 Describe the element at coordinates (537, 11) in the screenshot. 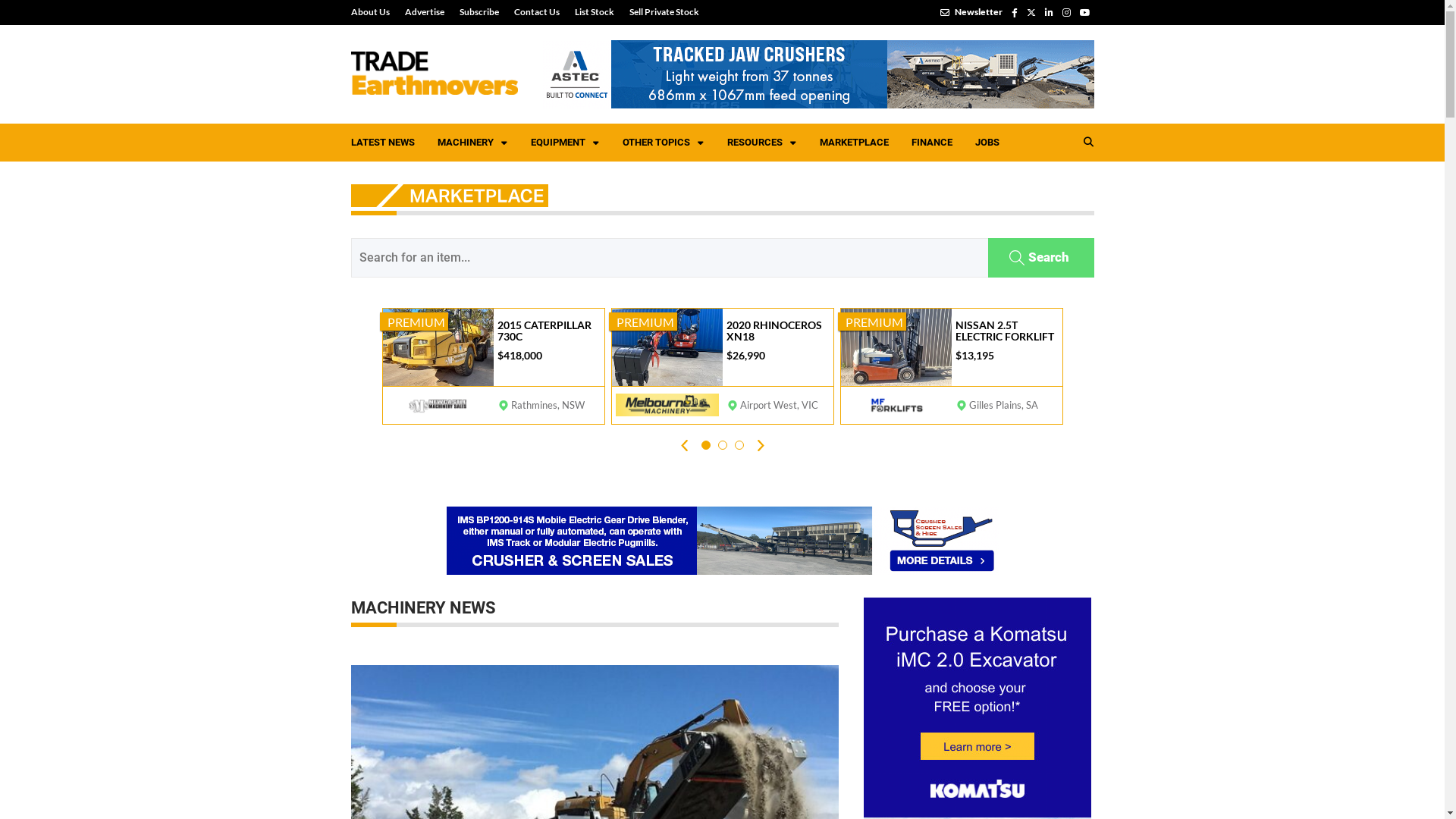

I see `'Contact Us'` at that location.